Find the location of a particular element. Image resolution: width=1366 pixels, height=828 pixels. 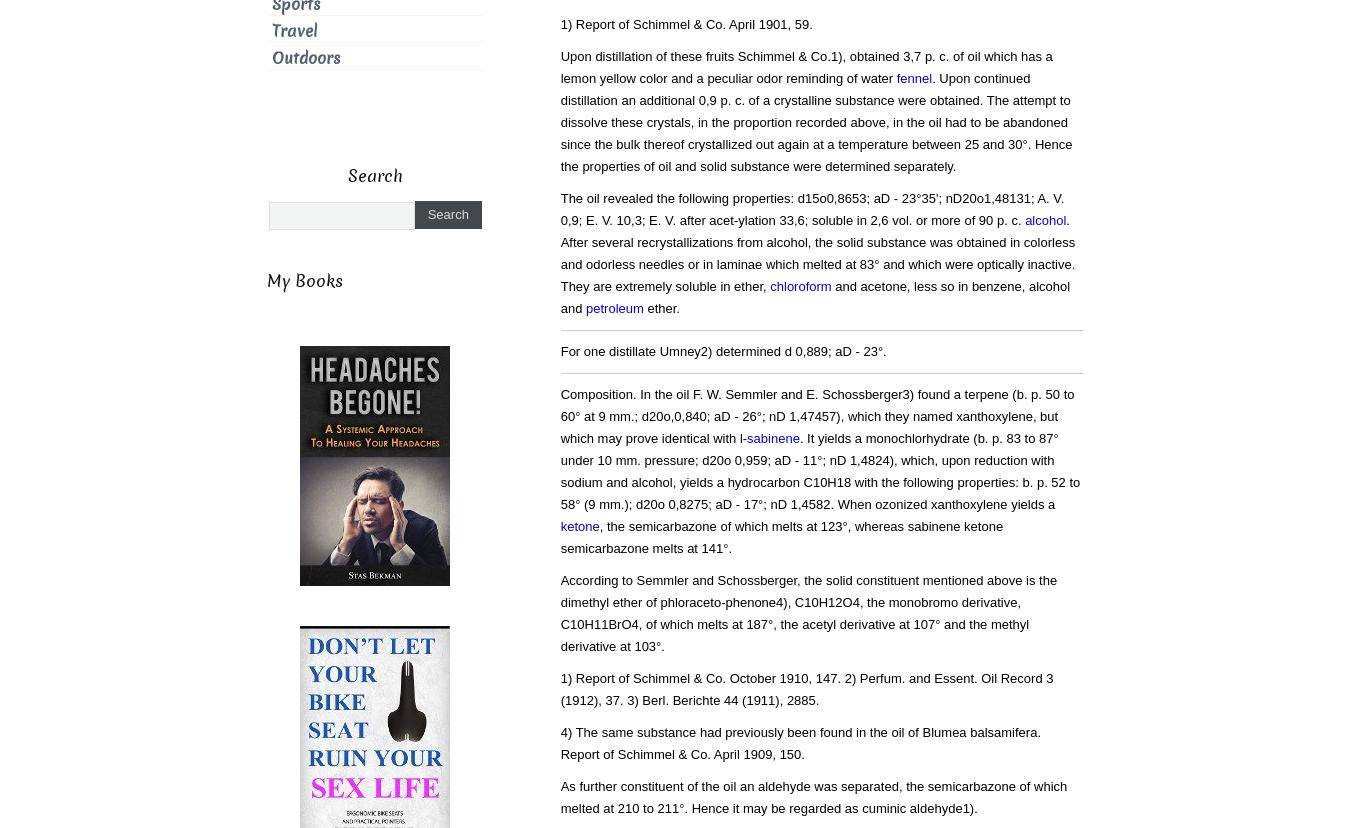

'fennel' is located at coordinates (913, 78).